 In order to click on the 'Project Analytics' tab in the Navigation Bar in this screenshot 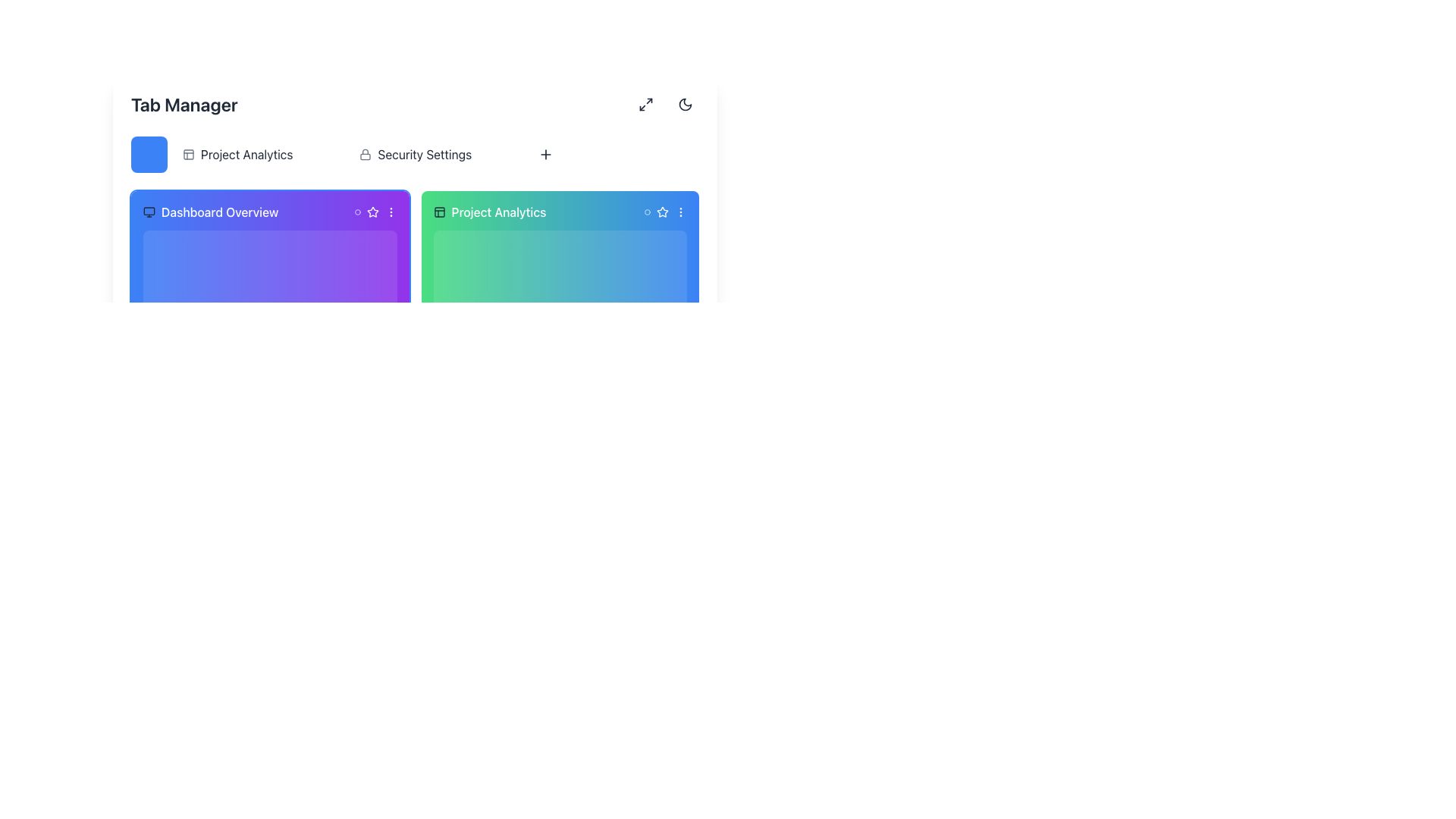, I will do `click(415, 155)`.